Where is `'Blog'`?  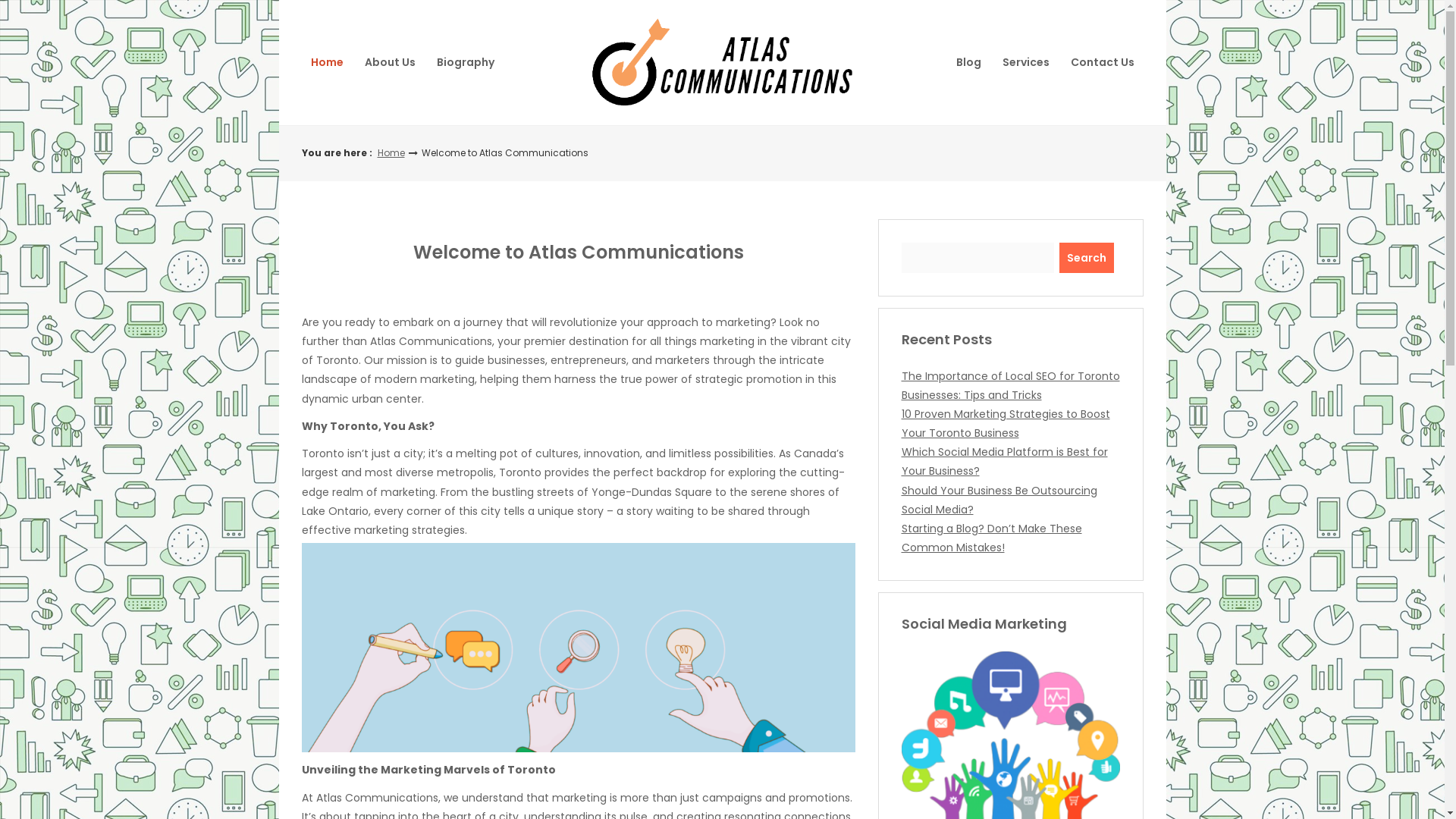
'Blog' is located at coordinates (967, 61).